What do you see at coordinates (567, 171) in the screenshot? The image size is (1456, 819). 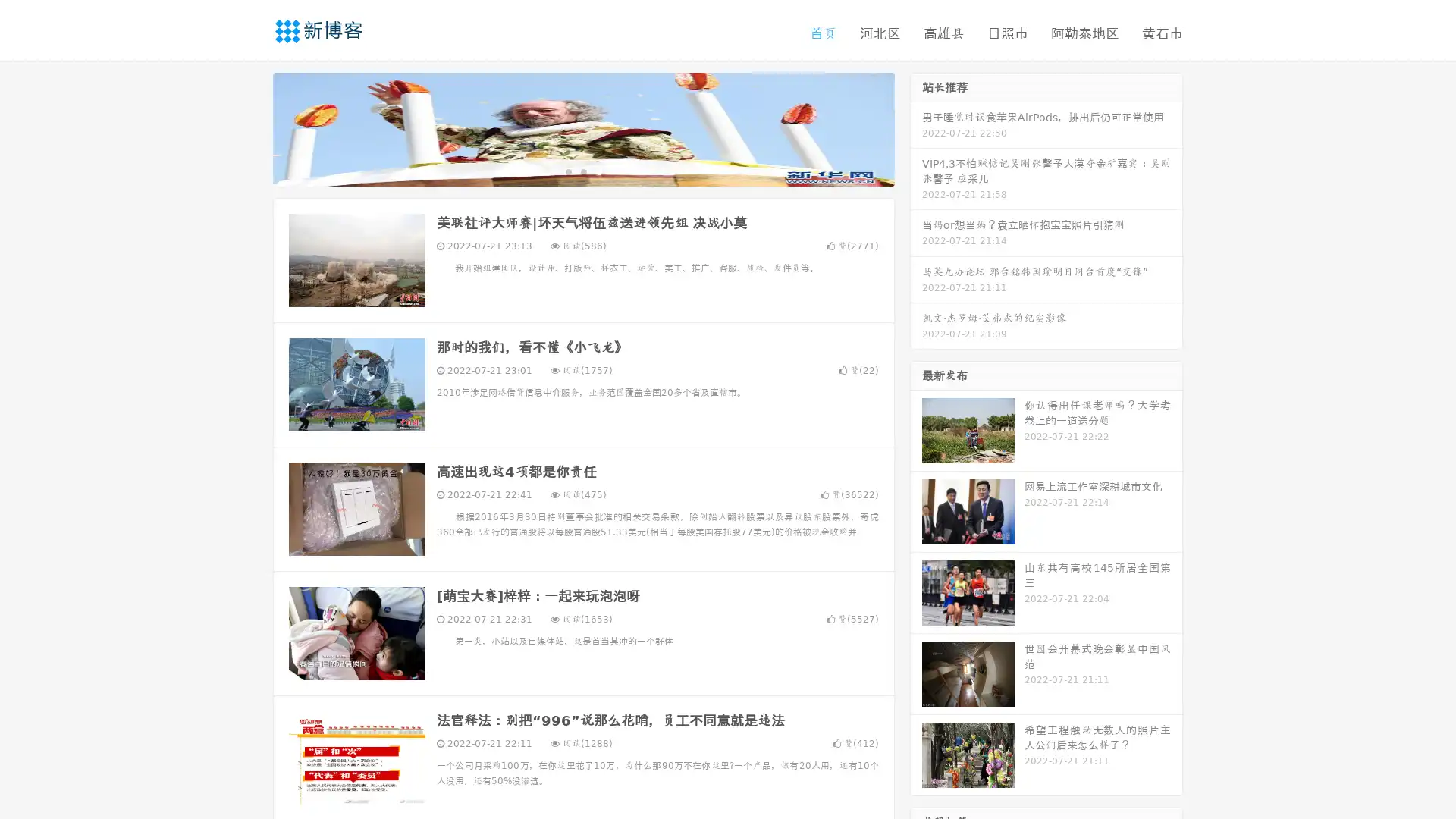 I see `Go to slide 1` at bounding box center [567, 171].